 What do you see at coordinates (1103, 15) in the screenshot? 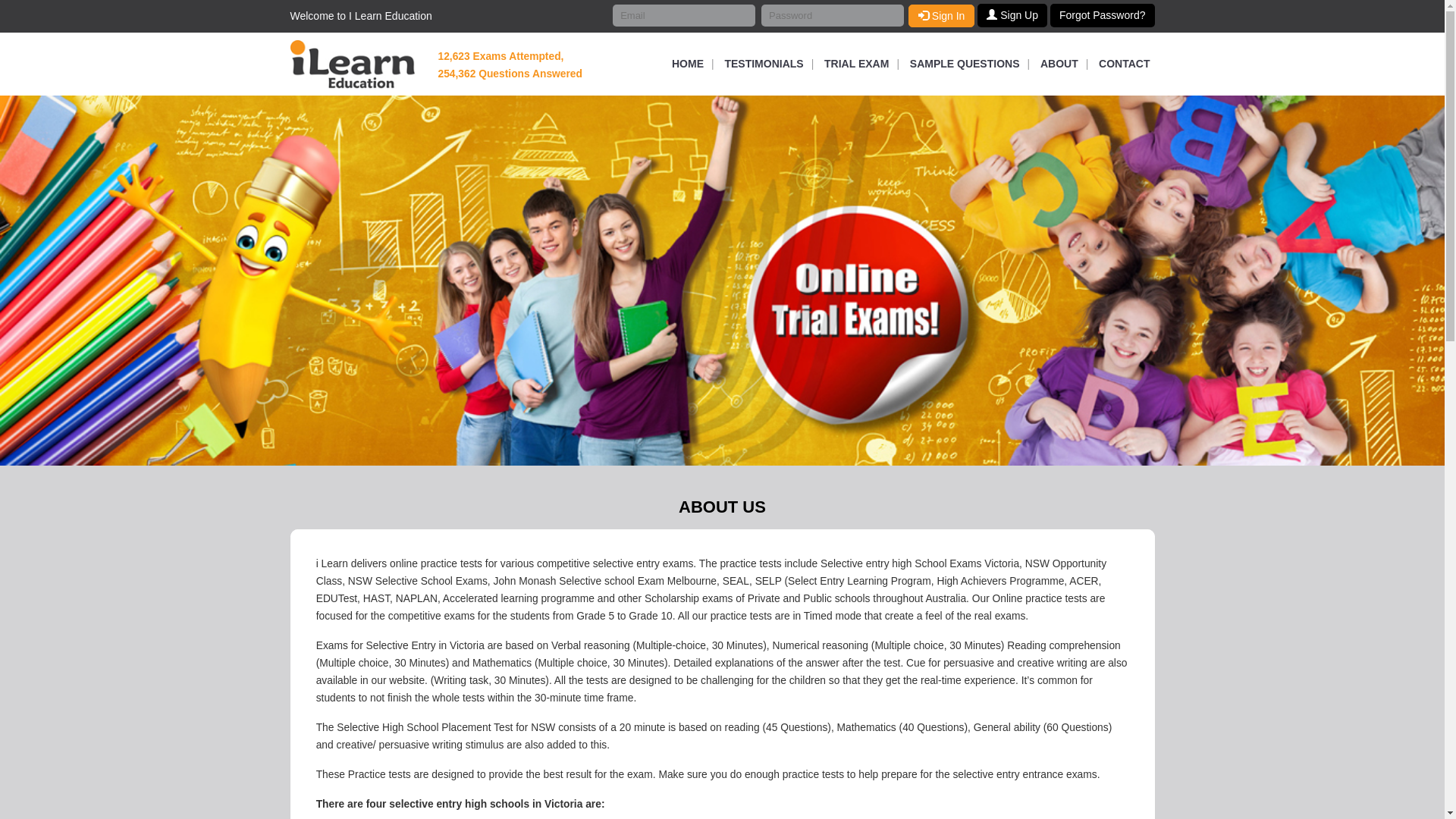
I see `'Forgot Password?'` at bounding box center [1103, 15].